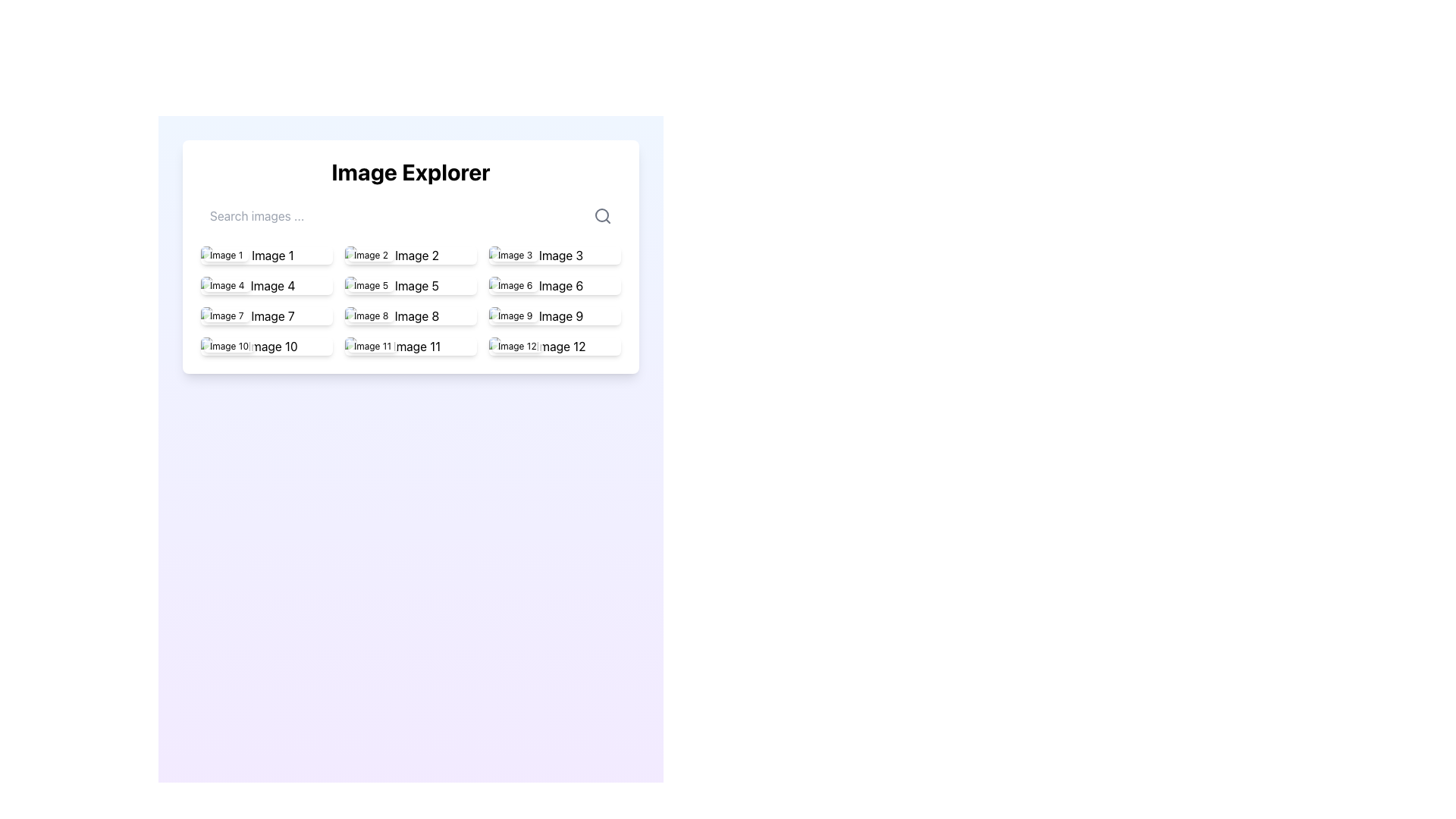  I want to click on the image card with label located in the fourth row and first column of the grid in the 'Image Explorer', so click(266, 346).